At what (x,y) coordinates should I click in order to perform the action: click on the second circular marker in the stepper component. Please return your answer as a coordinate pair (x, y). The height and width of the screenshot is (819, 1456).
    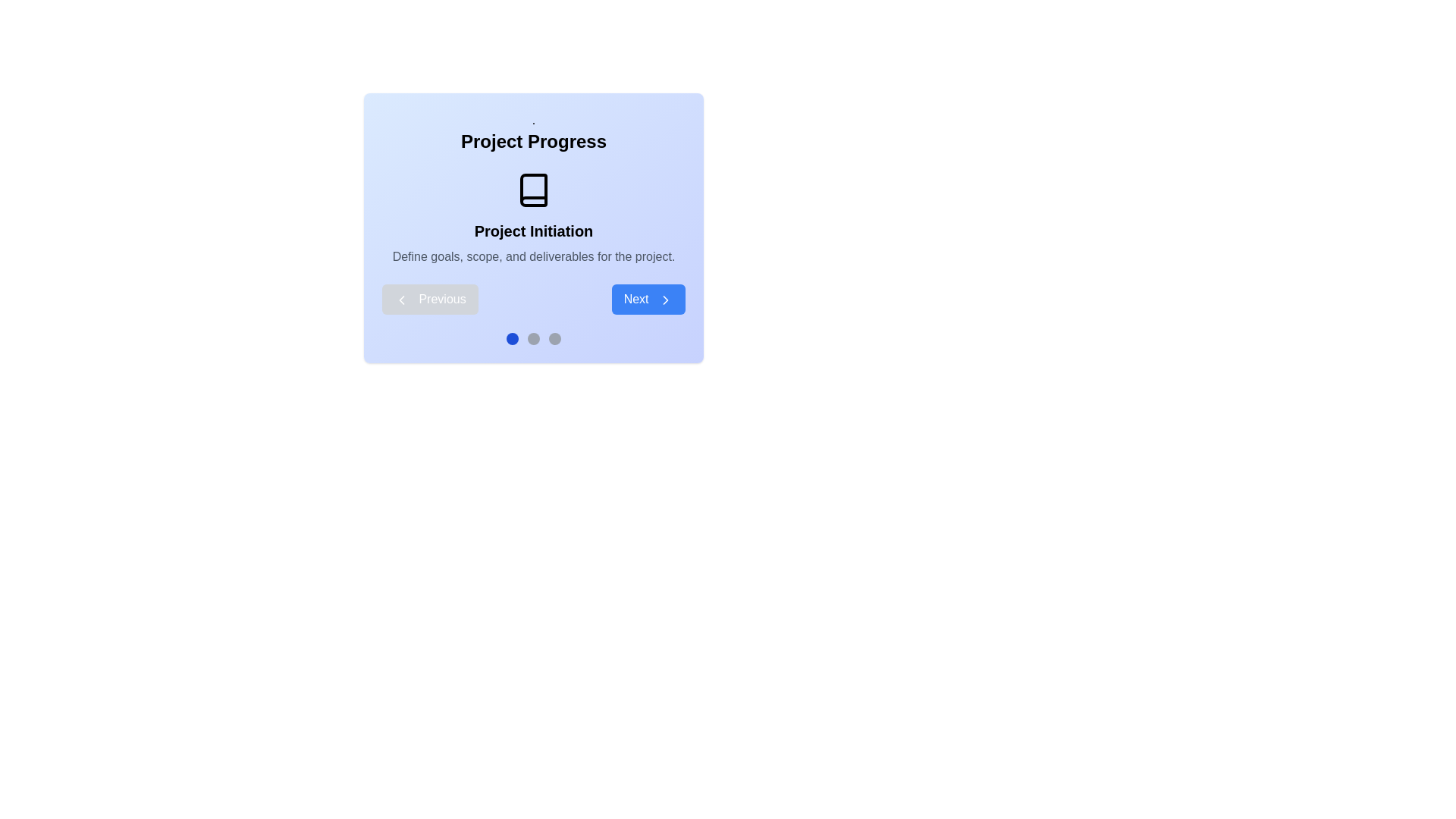
    Looking at the image, I should click on (534, 338).